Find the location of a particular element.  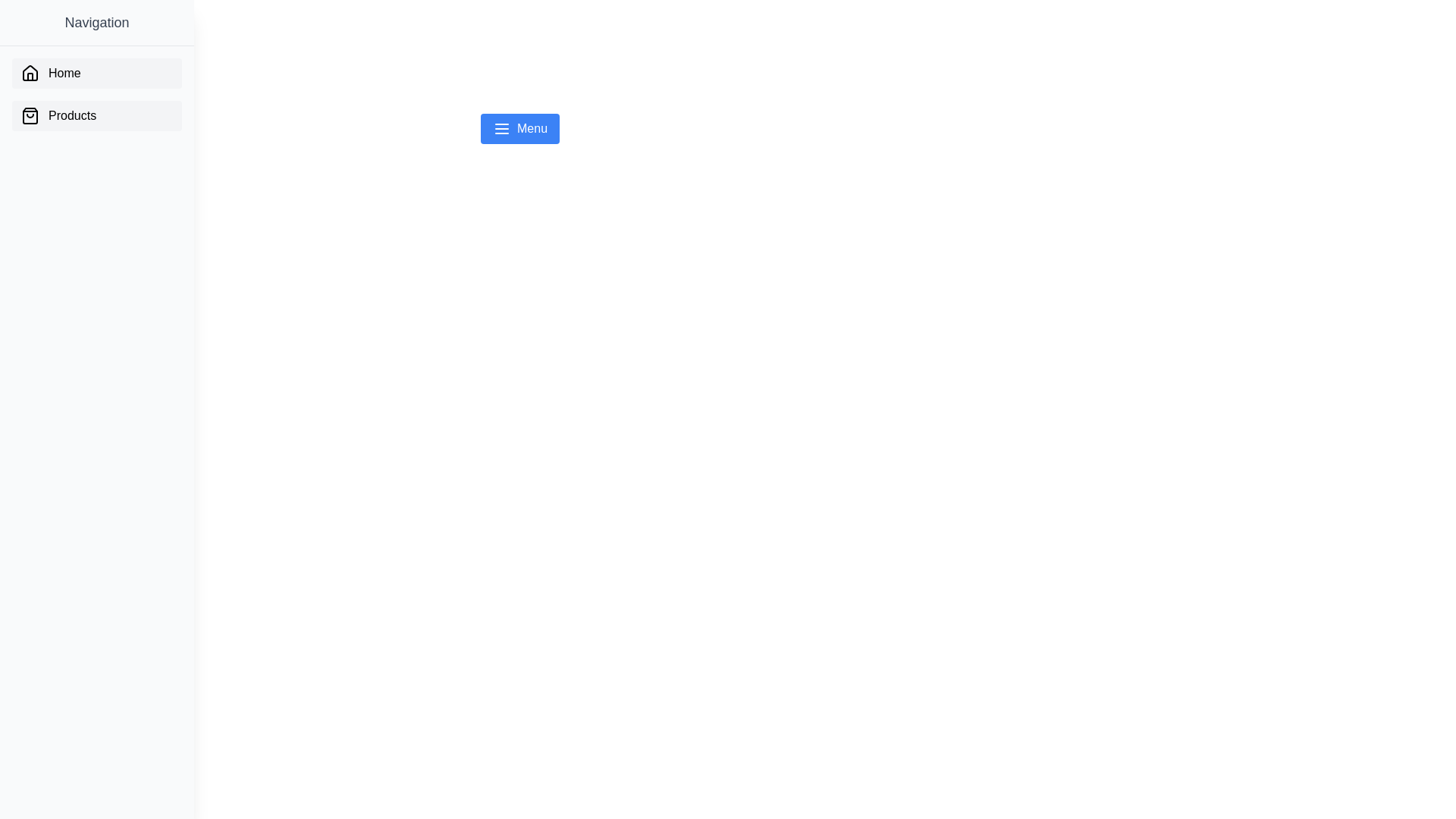

the 'Home' button in the drawer menu is located at coordinates (96, 73).